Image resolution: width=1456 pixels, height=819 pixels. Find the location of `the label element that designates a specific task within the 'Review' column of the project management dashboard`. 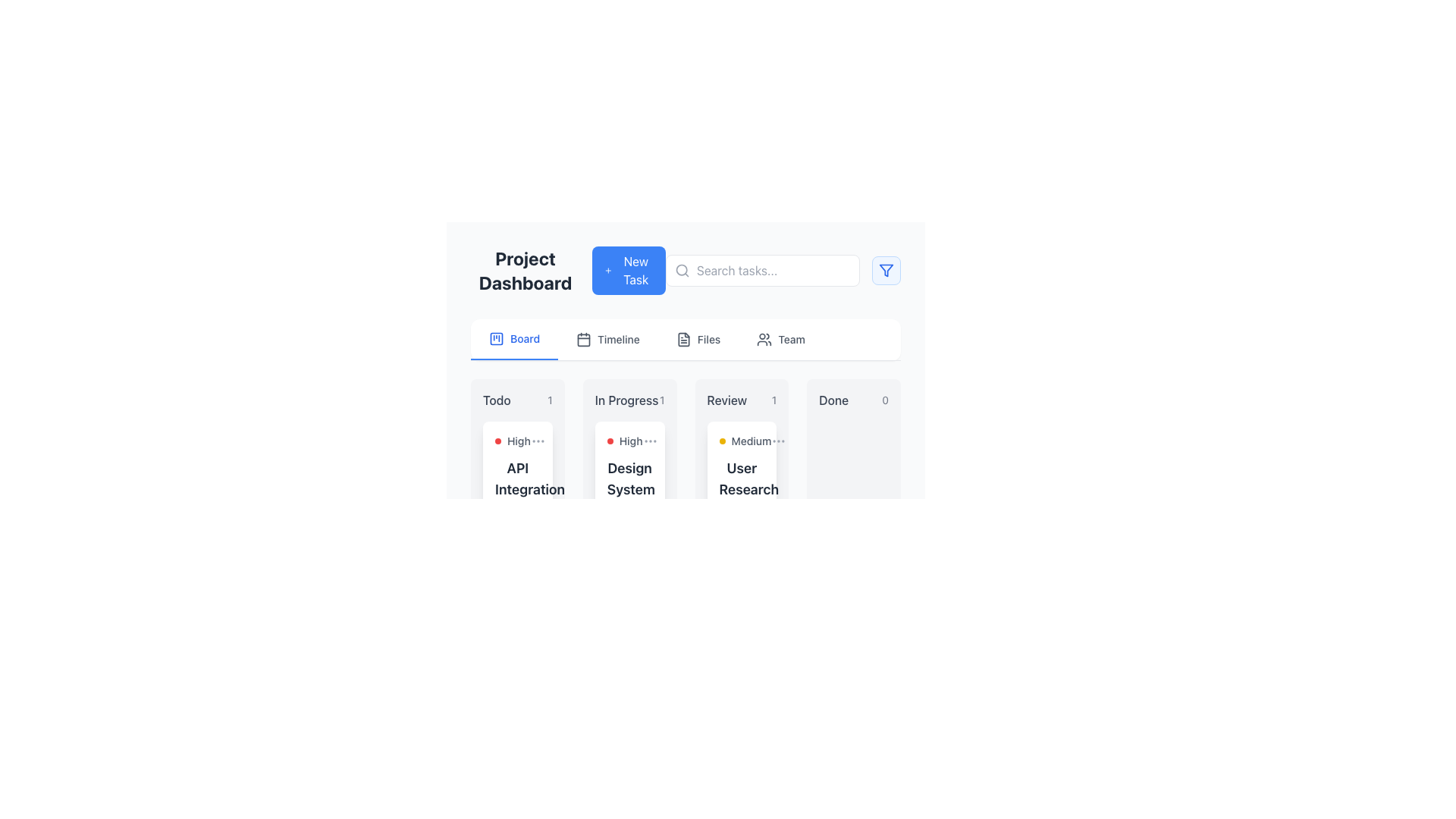

the label element that designates a specific task within the 'Review' column of the project management dashboard is located at coordinates (742, 489).